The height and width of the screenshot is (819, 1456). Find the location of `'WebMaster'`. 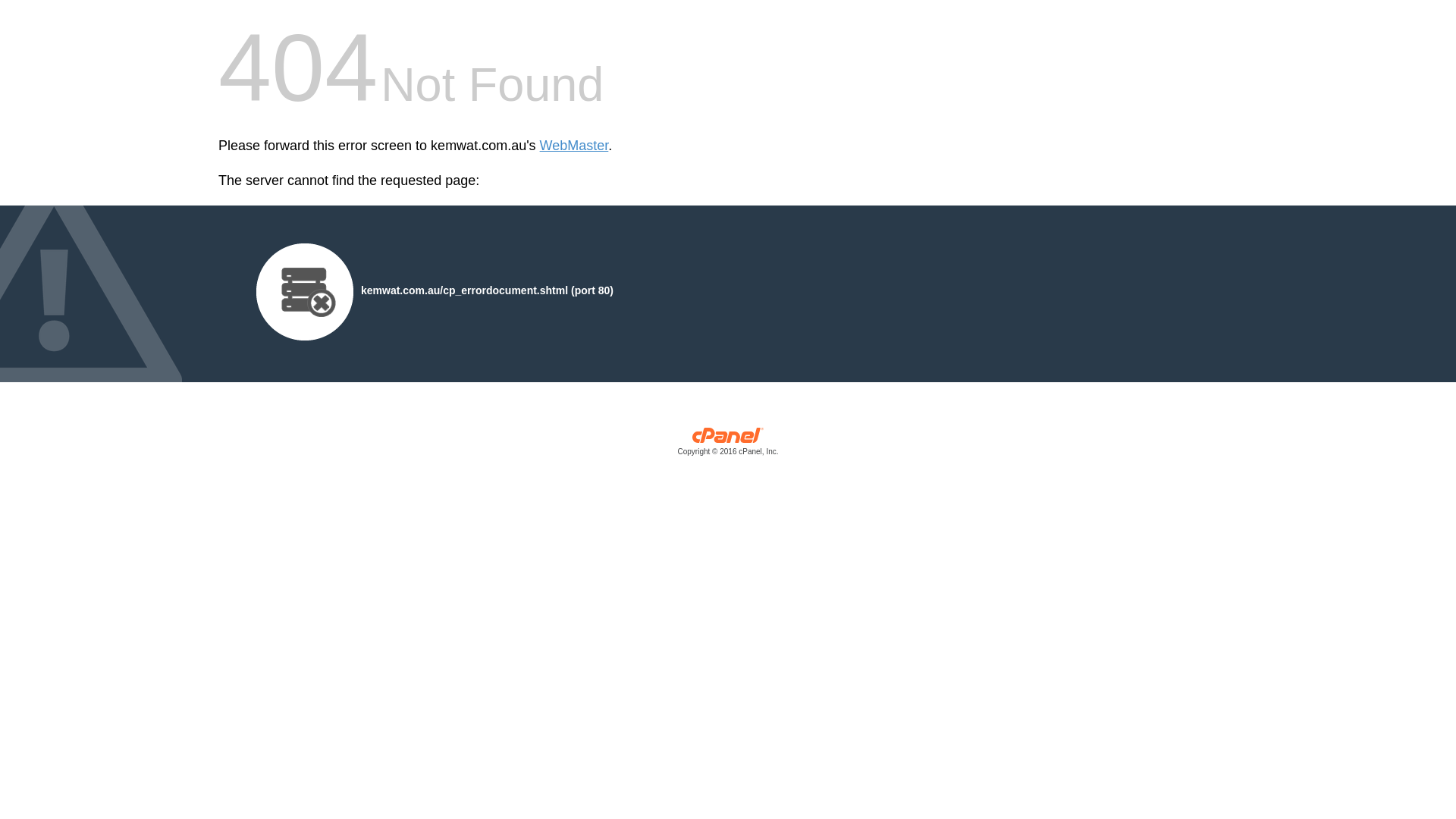

'WebMaster' is located at coordinates (539, 146).